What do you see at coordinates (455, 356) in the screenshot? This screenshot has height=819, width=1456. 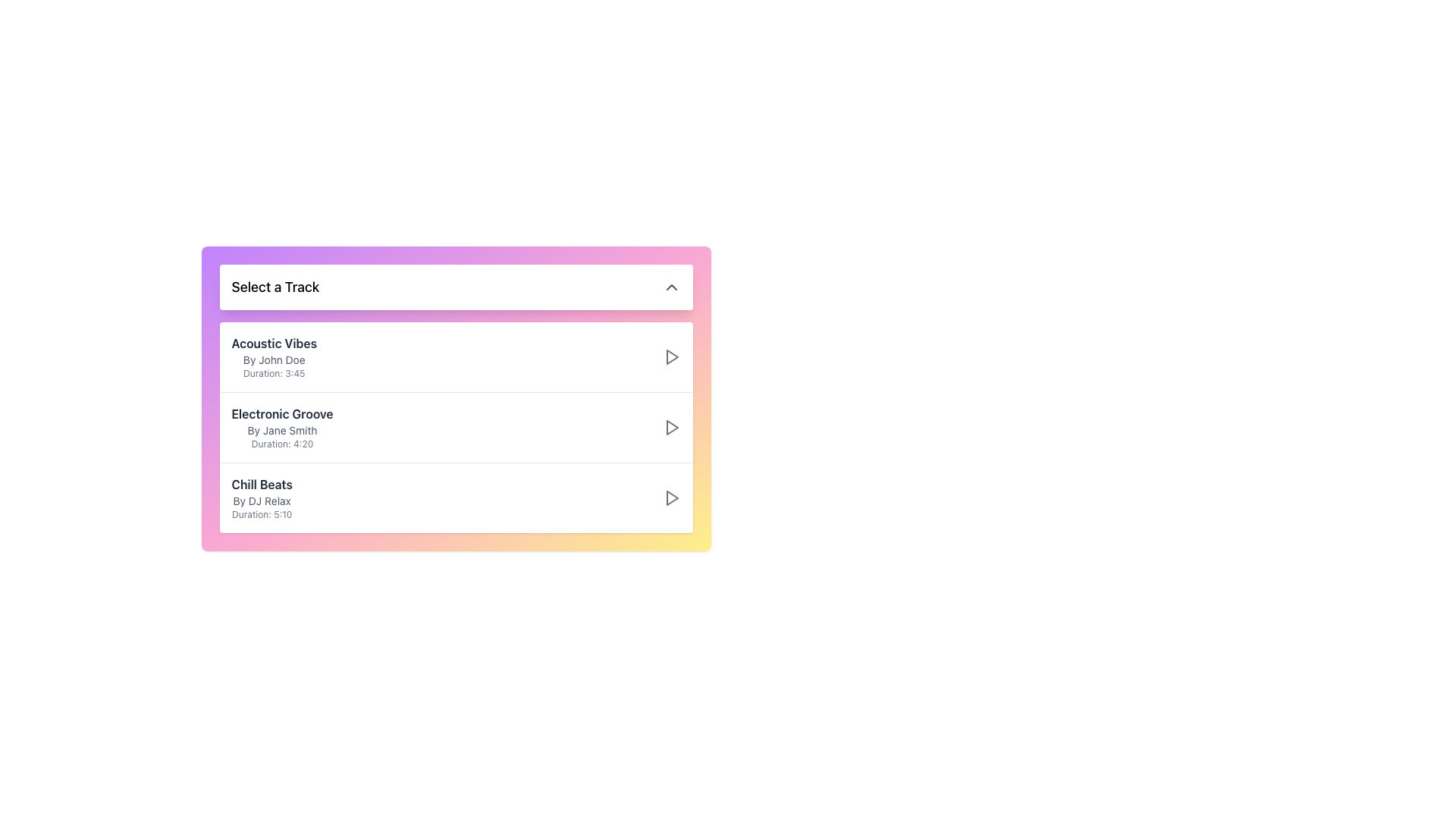 I see `the first selectable list item labeled 'Acoustic Vibes'` at bounding box center [455, 356].